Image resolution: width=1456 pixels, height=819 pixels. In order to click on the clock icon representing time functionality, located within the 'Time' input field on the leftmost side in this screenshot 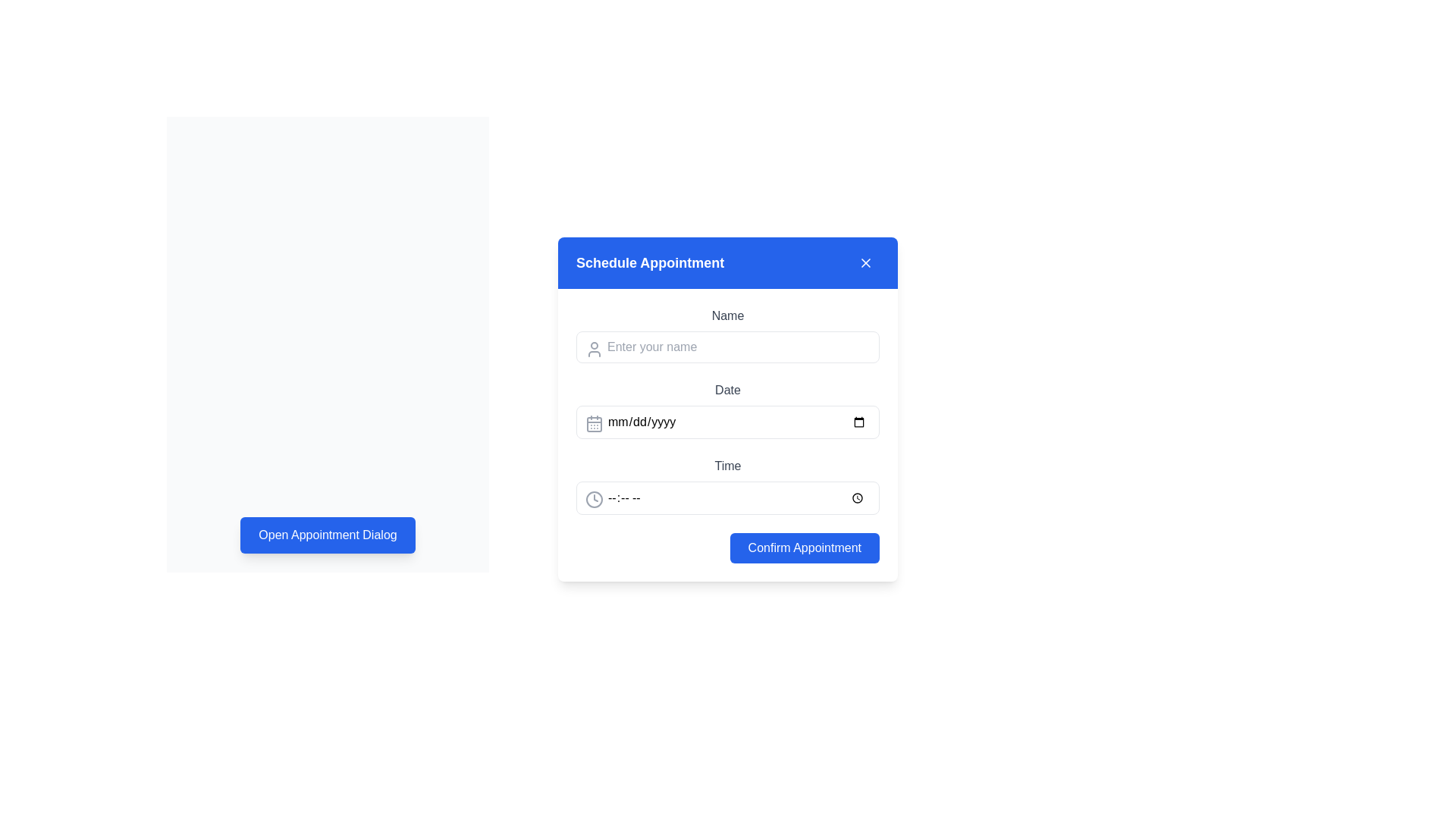, I will do `click(593, 500)`.